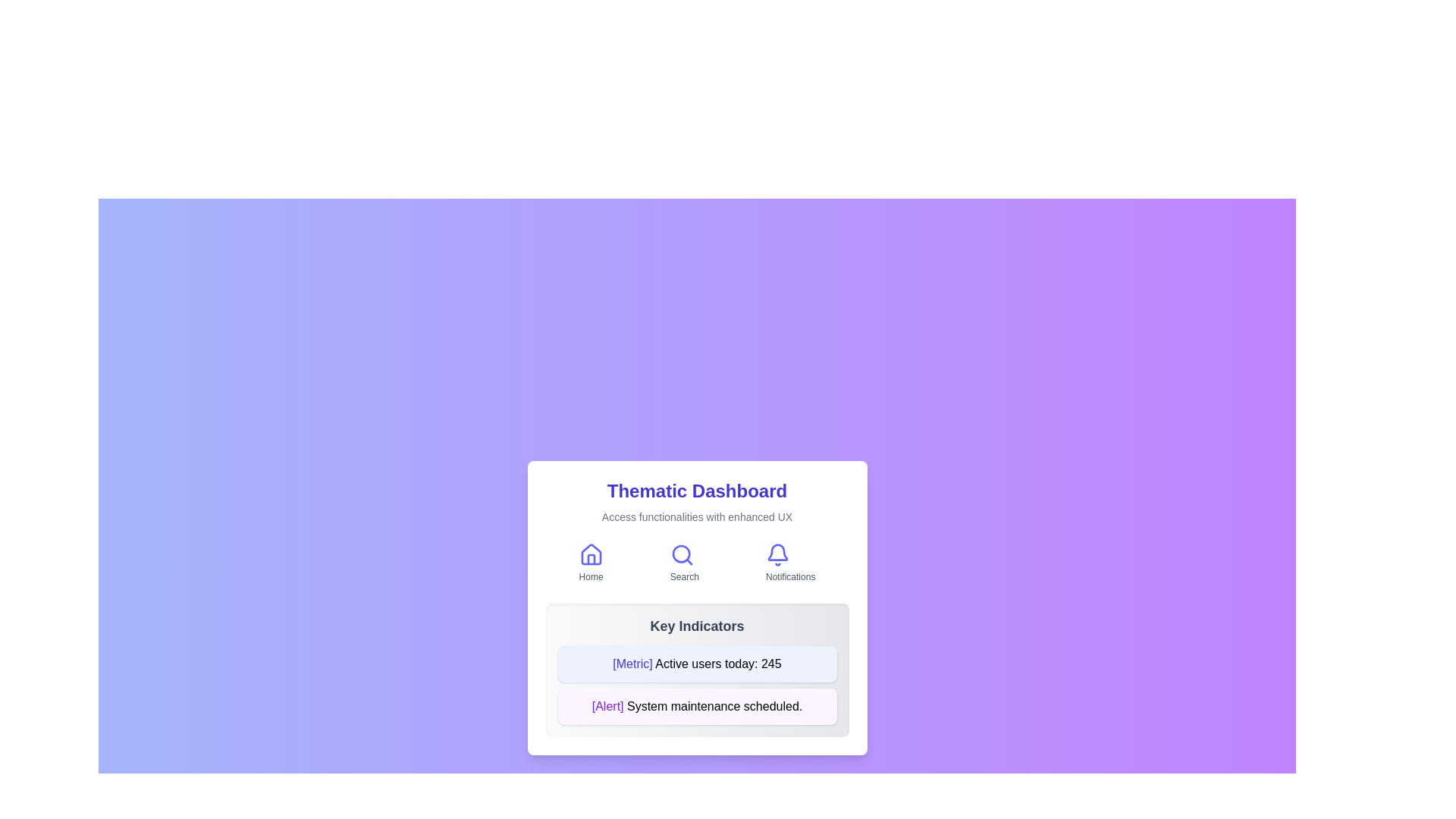 Image resolution: width=1456 pixels, height=819 pixels. I want to click on the text label indicating search functionality located at the bottom of the clickable group in the central section of the interface's toolbar, so click(683, 576).